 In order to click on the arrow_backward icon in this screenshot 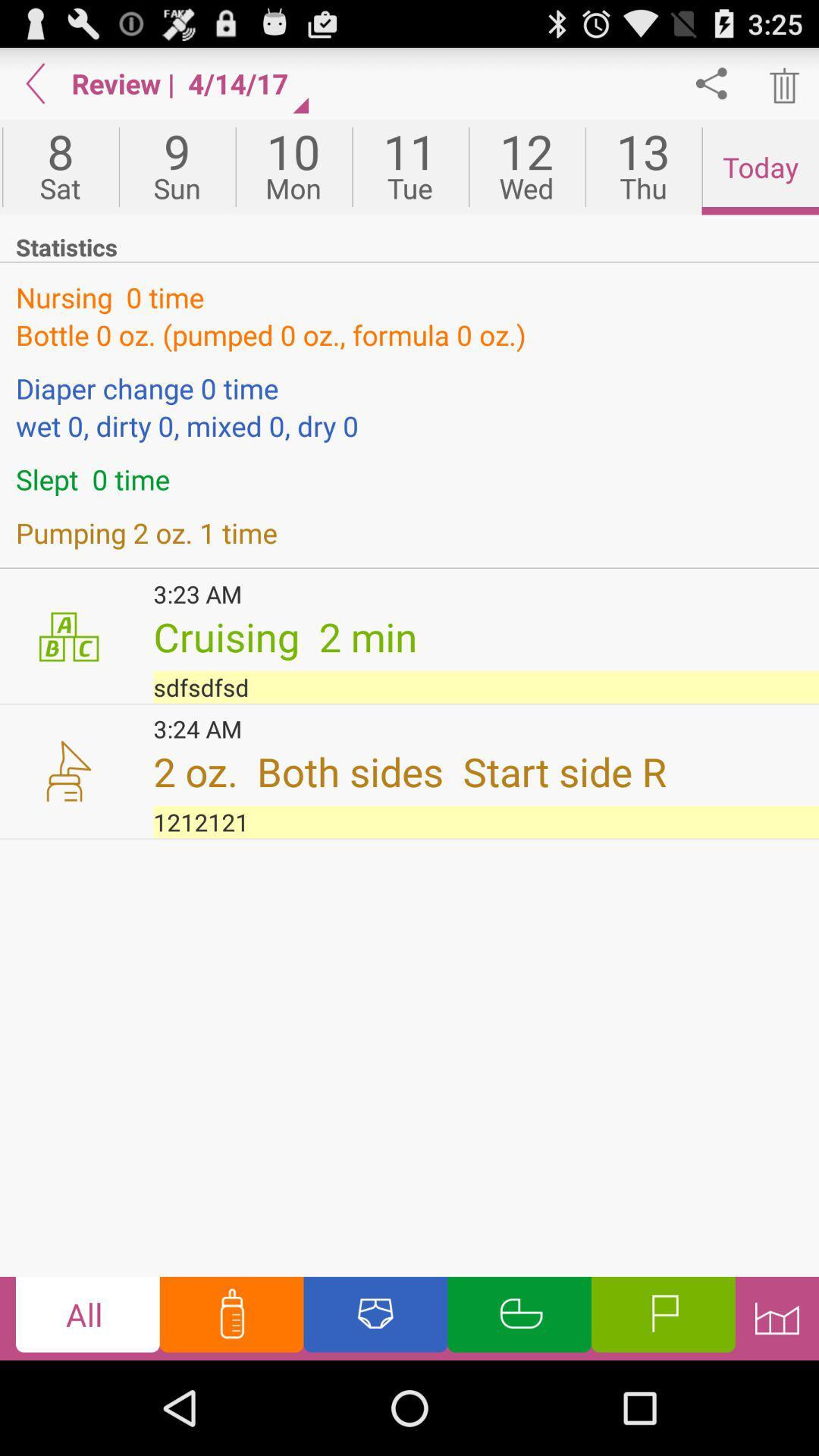, I will do `click(35, 89)`.